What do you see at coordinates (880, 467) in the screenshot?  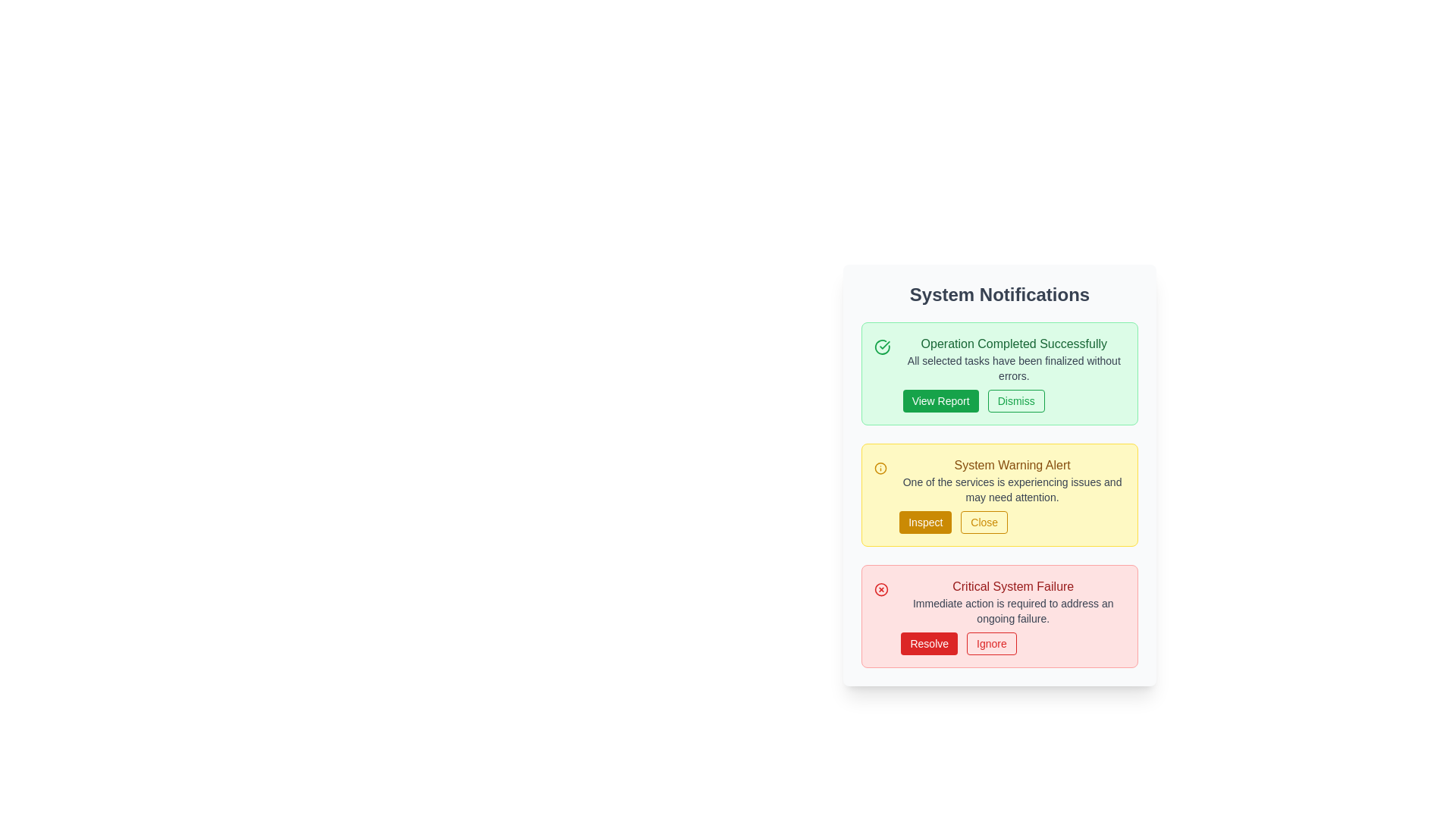 I see `the central circle of the yellow warning icon in the 'System Warning Alert' card, which is located directly above its text content` at bounding box center [880, 467].